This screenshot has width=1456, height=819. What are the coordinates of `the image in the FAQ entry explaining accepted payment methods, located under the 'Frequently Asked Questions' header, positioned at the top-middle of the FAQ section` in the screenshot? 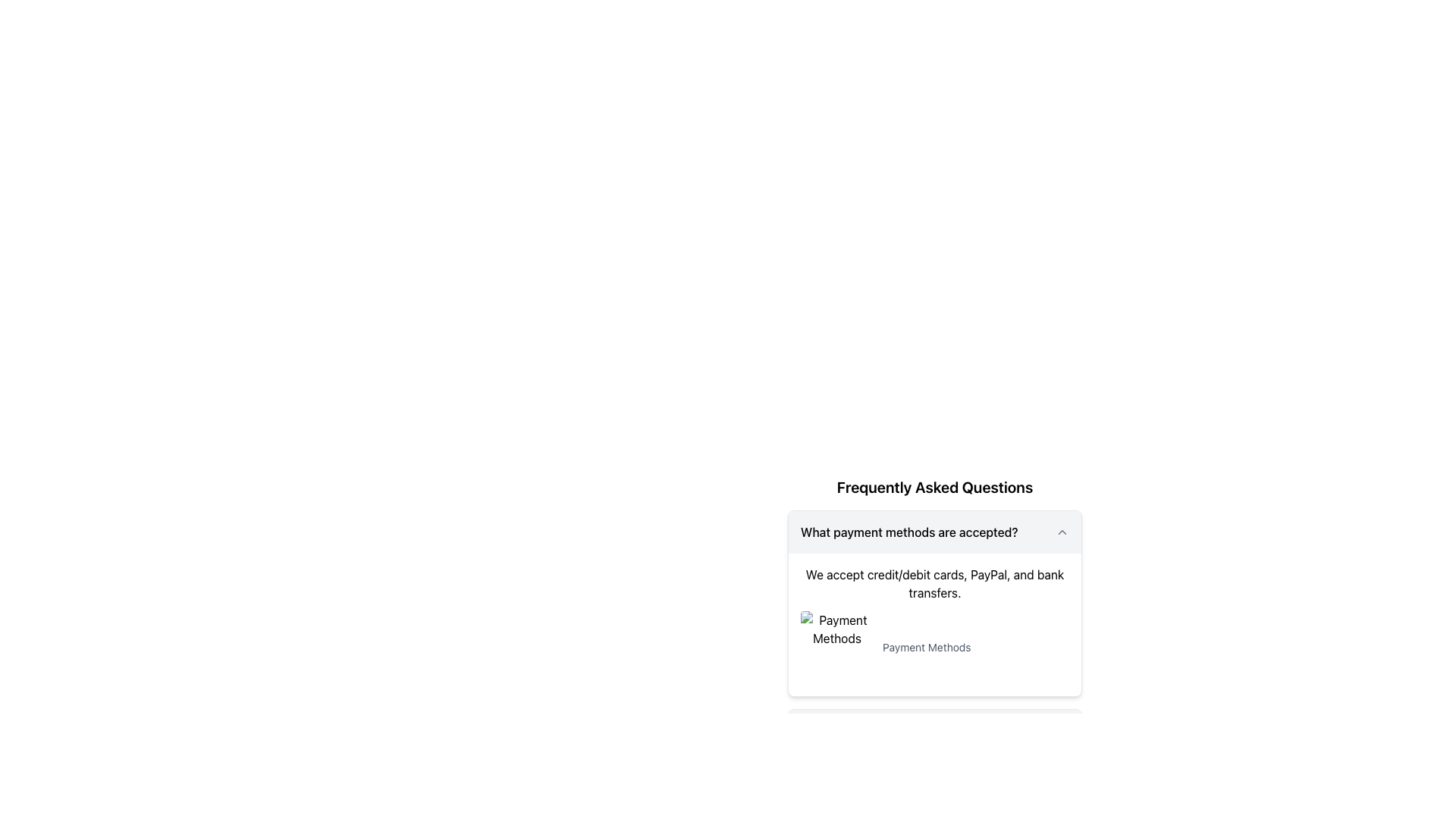 It's located at (934, 602).